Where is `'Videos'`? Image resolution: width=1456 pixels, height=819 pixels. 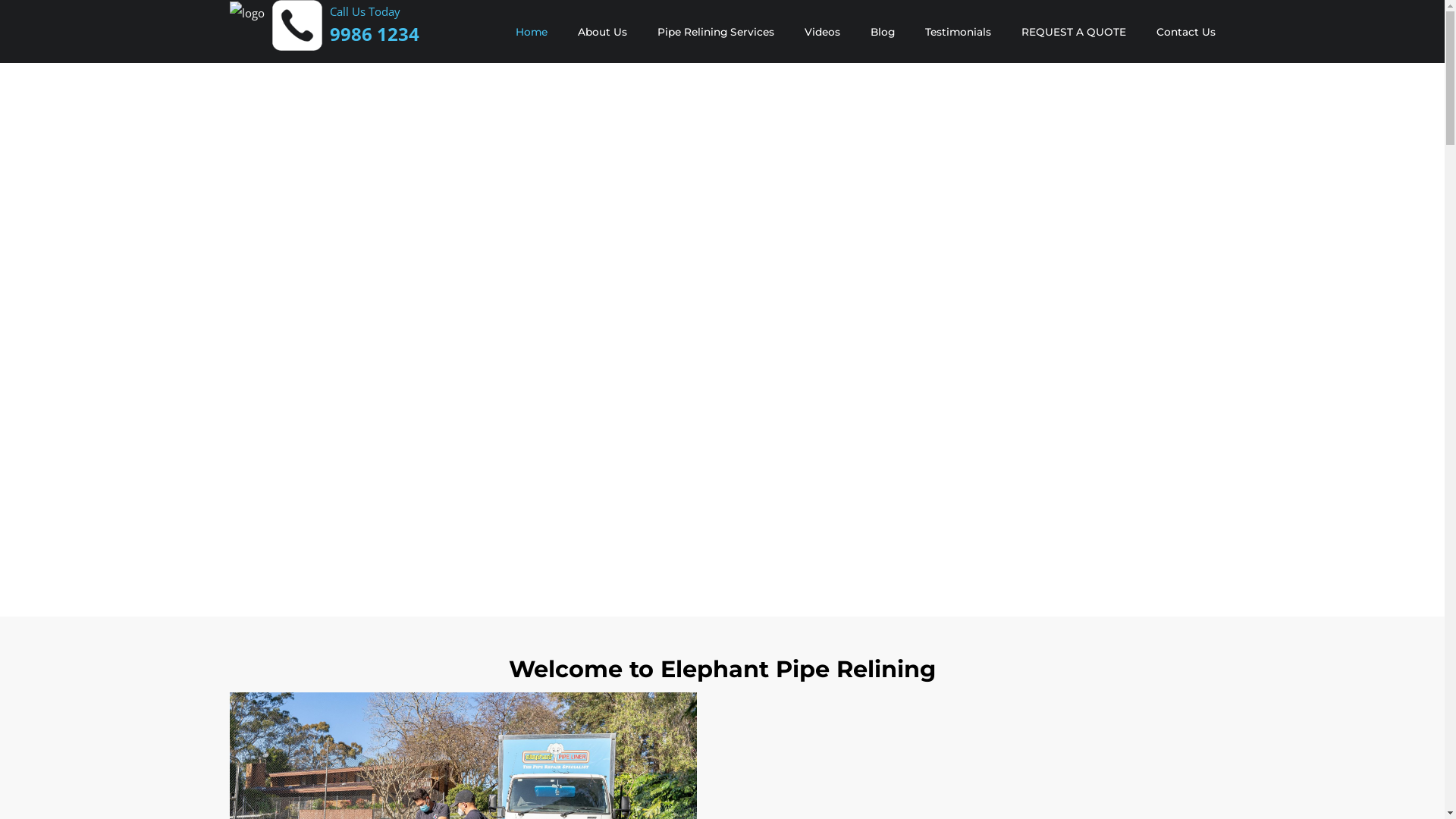
'Videos' is located at coordinates (821, 32).